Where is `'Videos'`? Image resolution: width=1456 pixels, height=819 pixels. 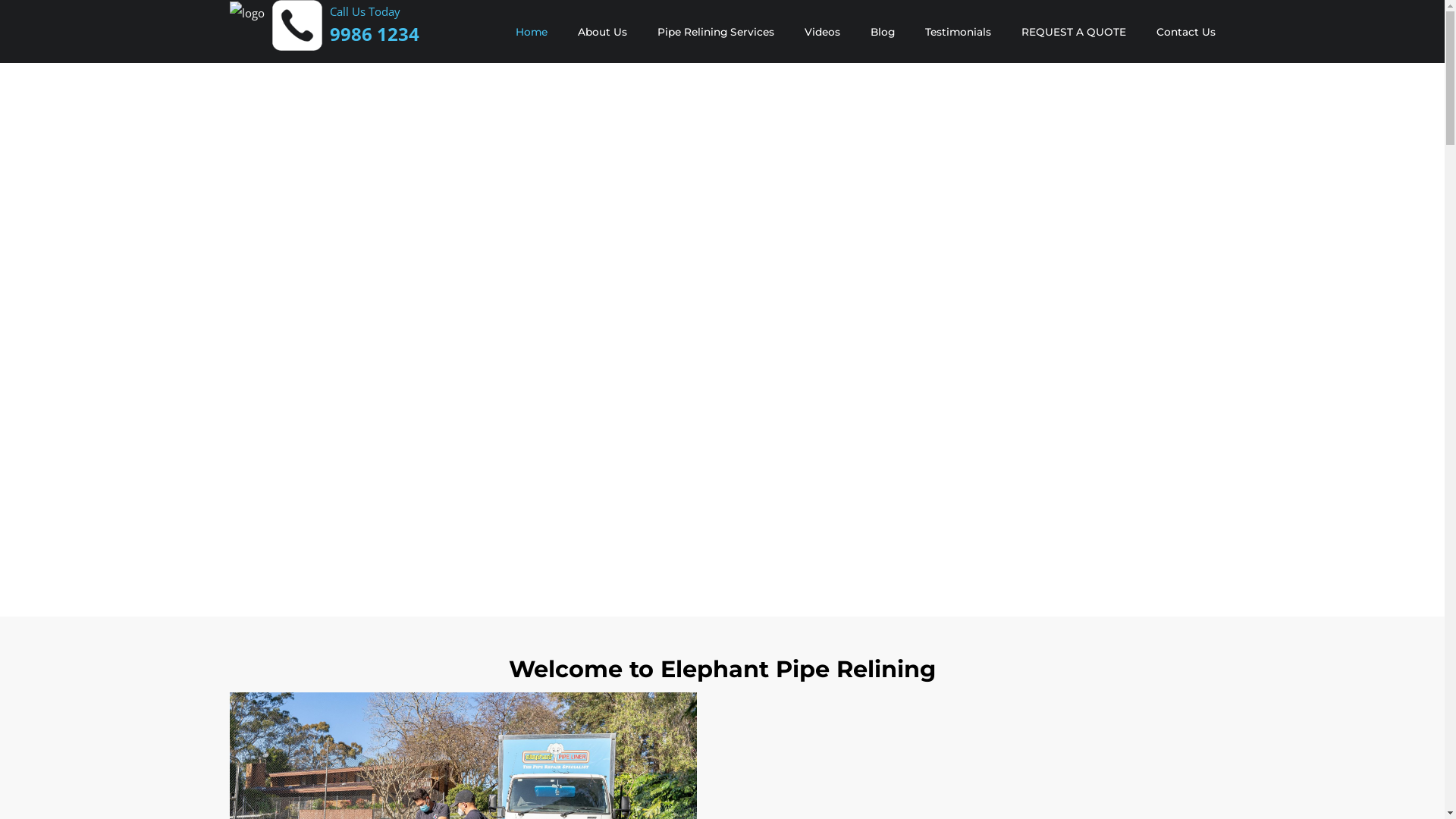
'Videos' is located at coordinates (821, 32).